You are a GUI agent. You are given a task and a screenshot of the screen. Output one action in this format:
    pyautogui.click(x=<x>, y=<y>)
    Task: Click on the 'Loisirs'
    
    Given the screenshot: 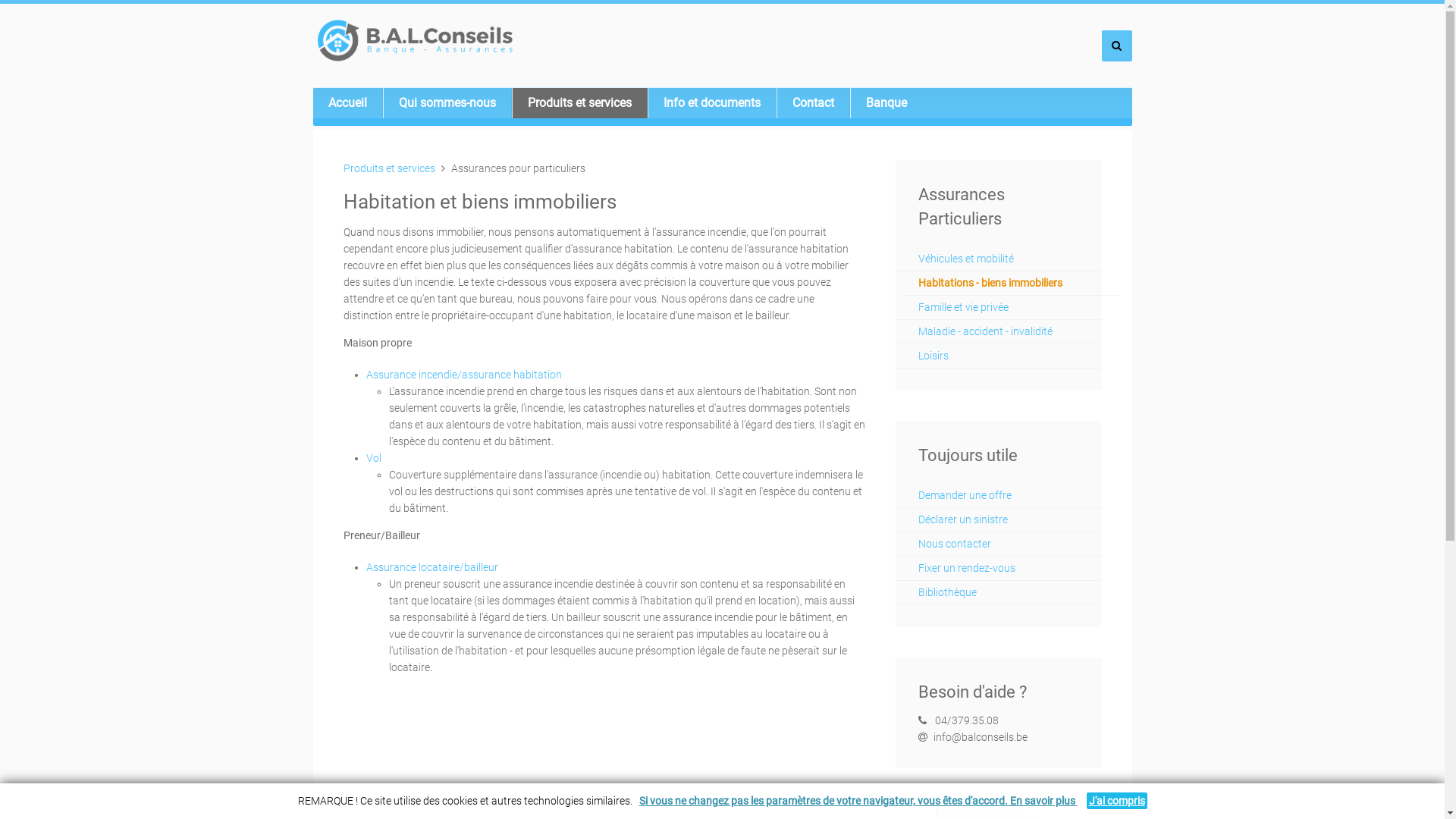 What is the action you would take?
    pyautogui.click(x=895, y=356)
    